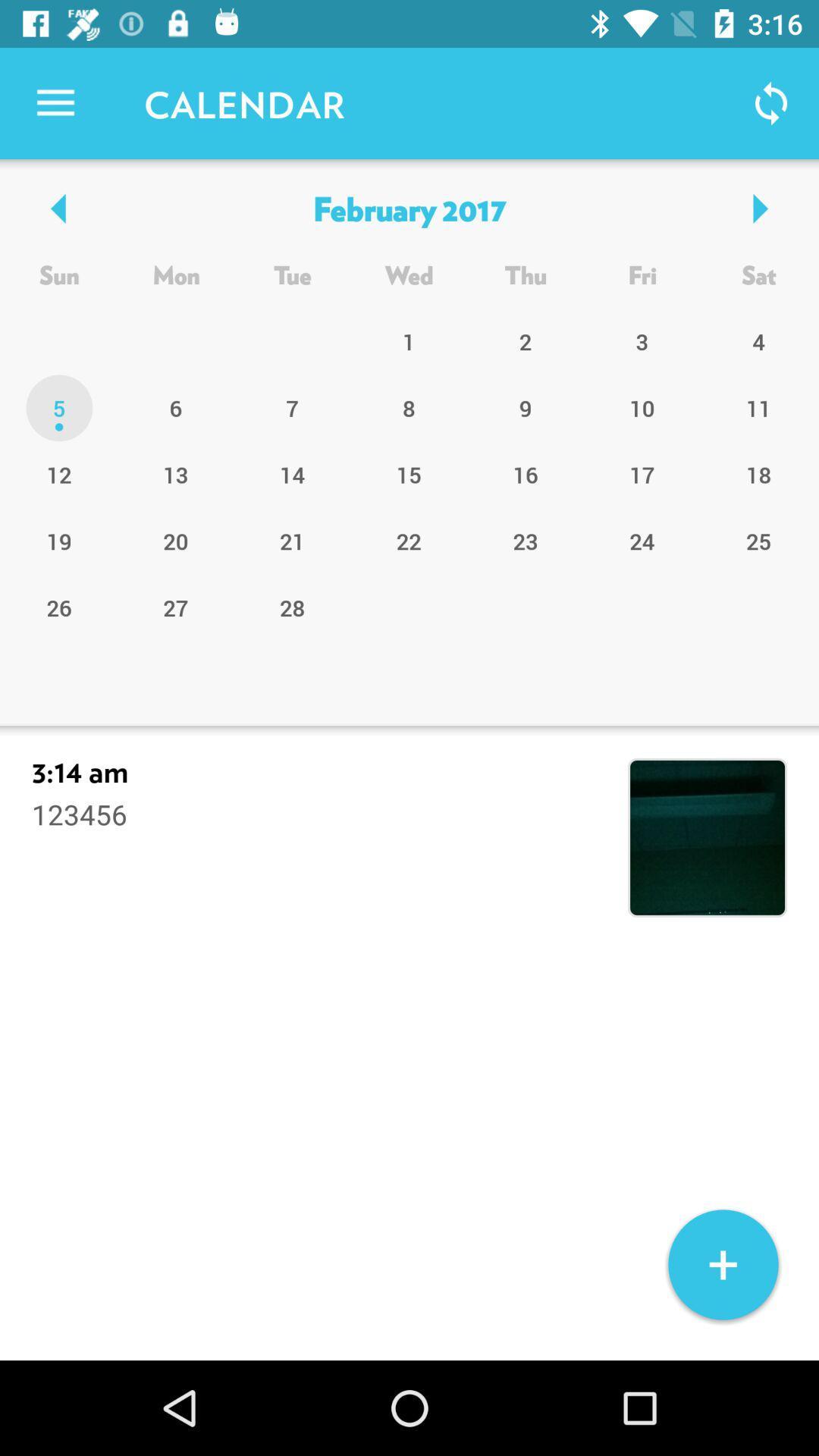 The width and height of the screenshot is (819, 1456). What do you see at coordinates (58, 607) in the screenshot?
I see `26 icon` at bounding box center [58, 607].